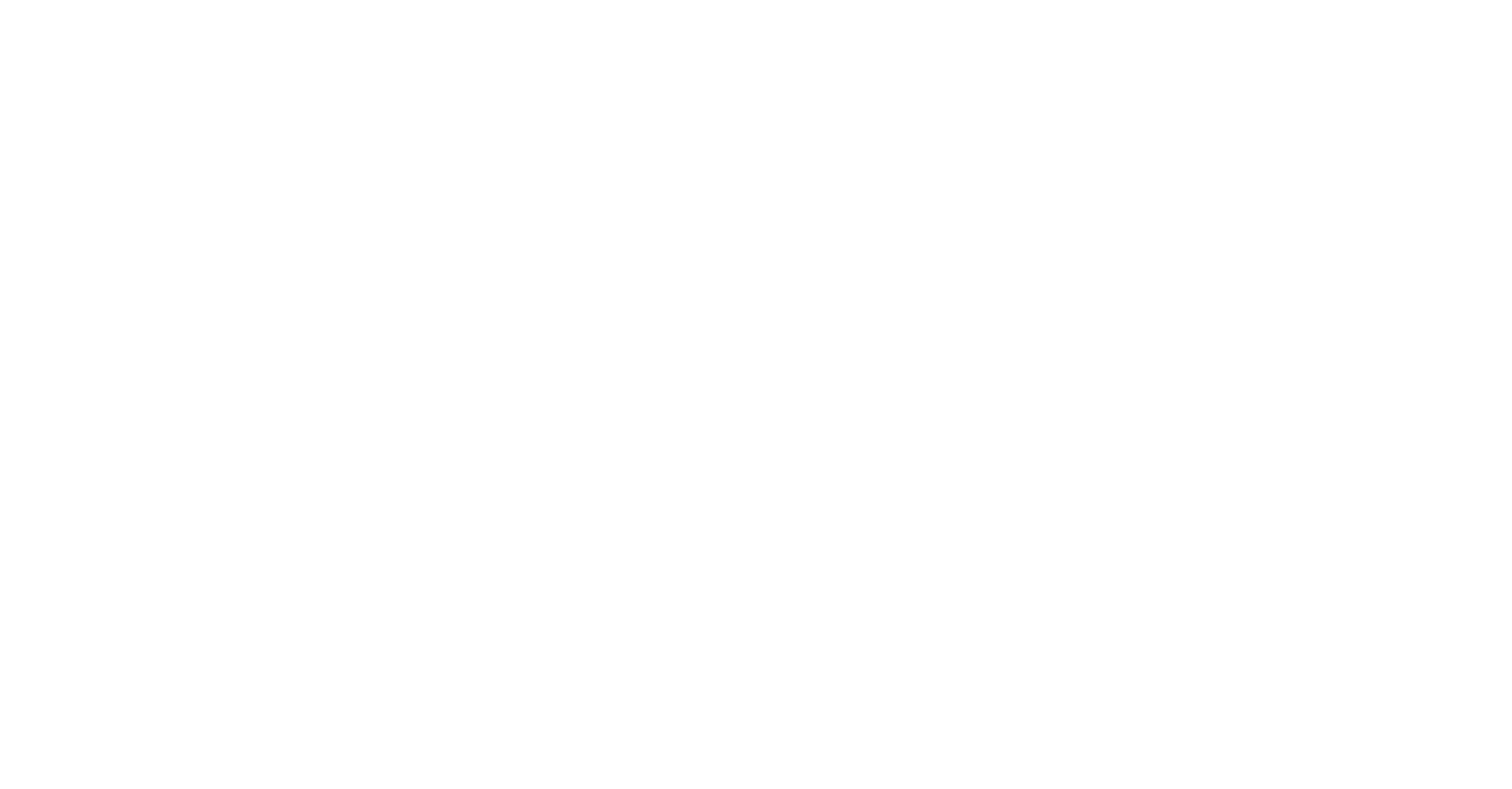  What do you see at coordinates (70, 429) in the screenshot?
I see `'Impressum'` at bounding box center [70, 429].